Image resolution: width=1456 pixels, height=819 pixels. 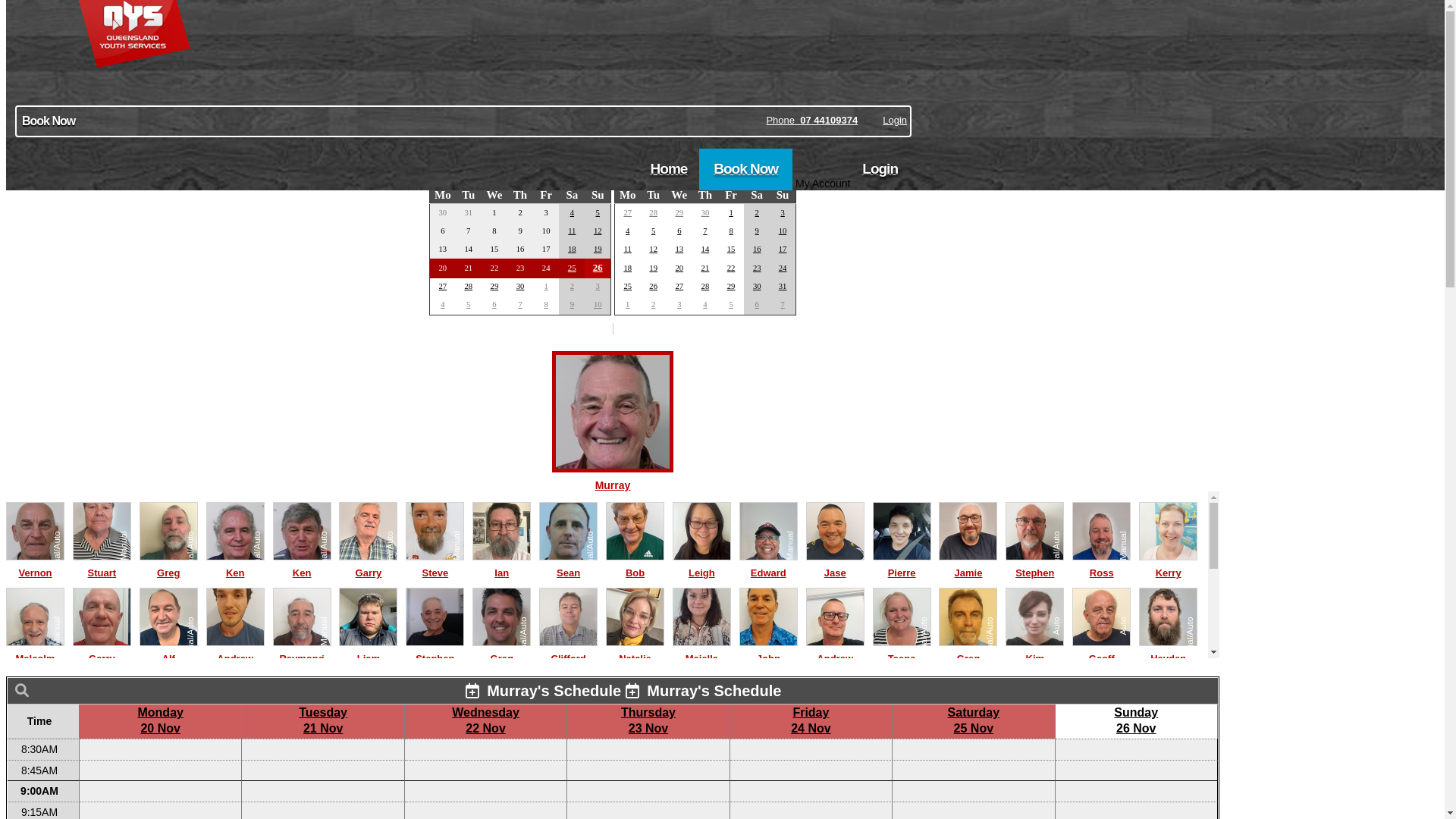 I want to click on 'Edward, so click(x=768, y=565).